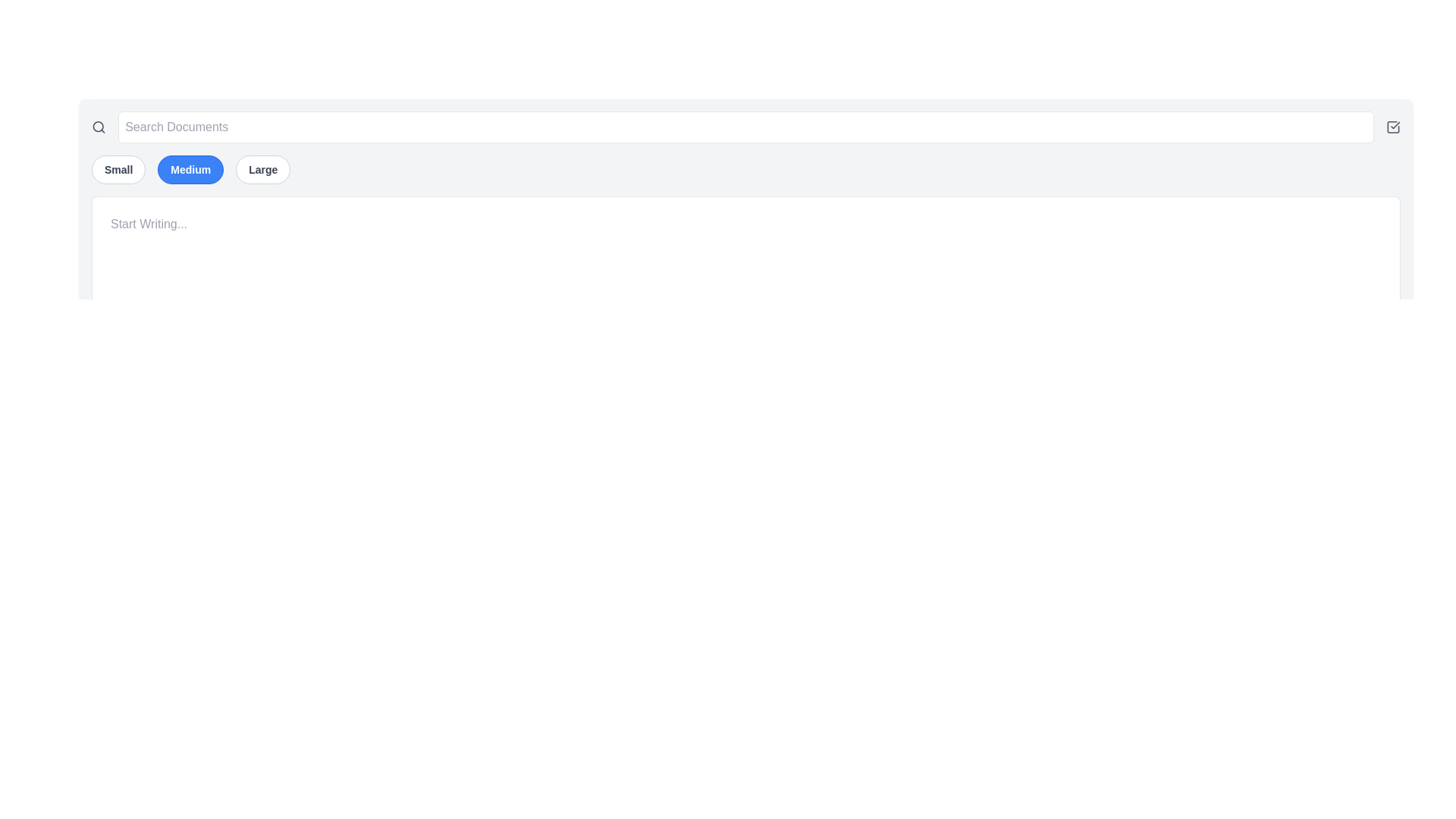 Image resolution: width=1456 pixels, height=819 pixels. I want to click on the rightmost button labeled 'Large', so click(263, 169).